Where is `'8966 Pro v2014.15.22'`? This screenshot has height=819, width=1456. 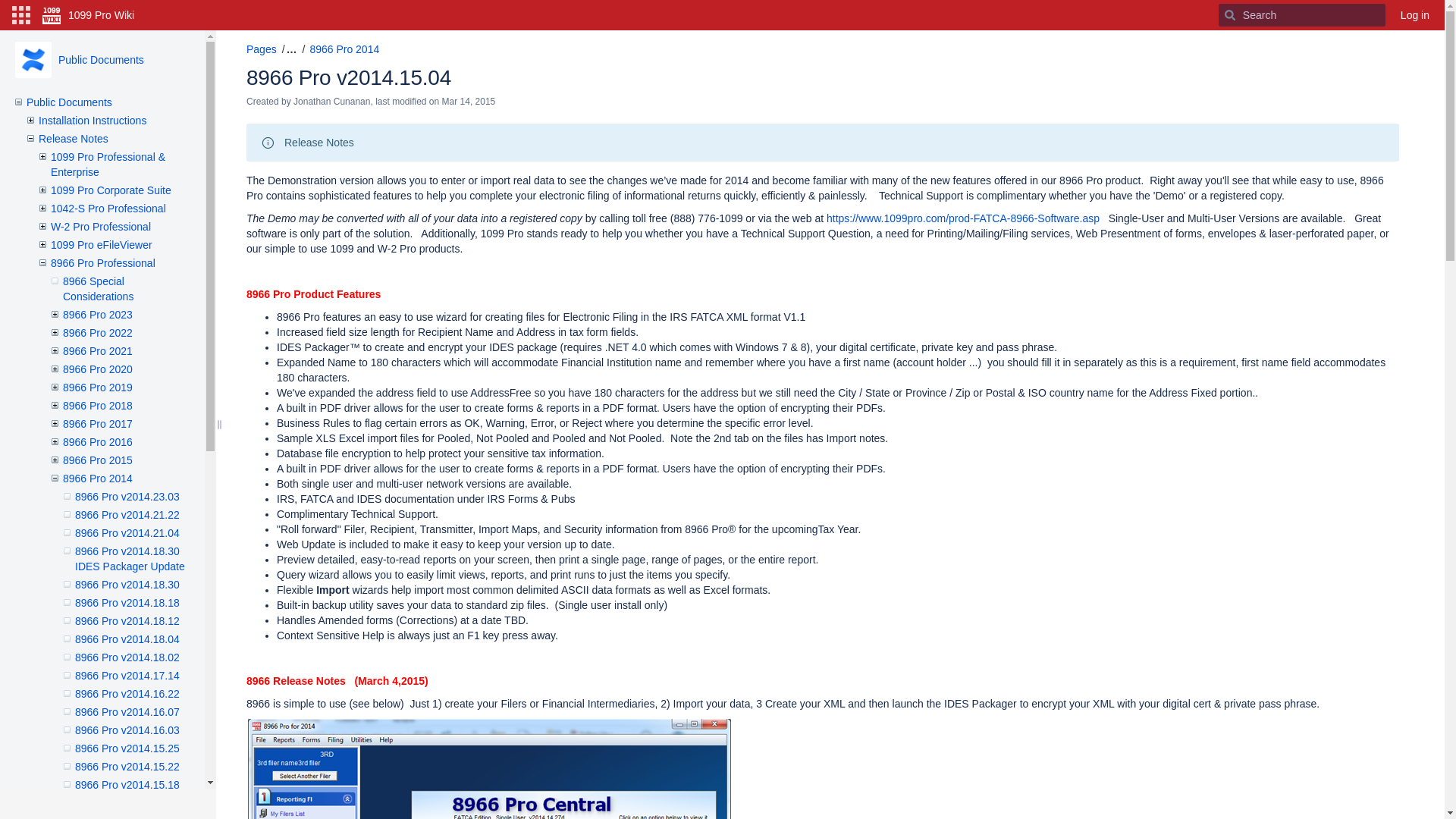 '8966 Pro v2014.15.22' is located at coordinates (127, 766).